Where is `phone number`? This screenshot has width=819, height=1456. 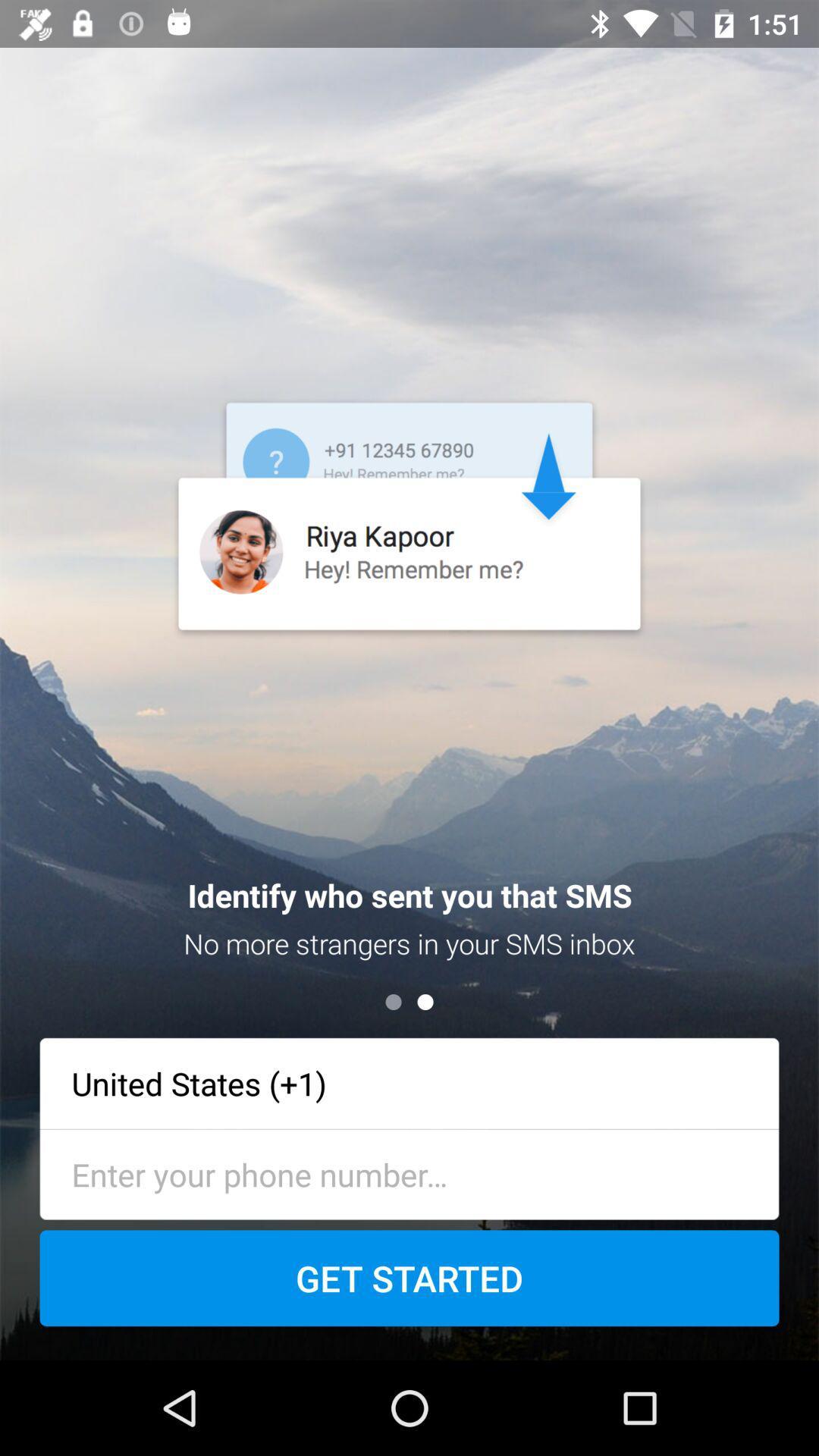 phone number is located at coordinates (409, 1173).